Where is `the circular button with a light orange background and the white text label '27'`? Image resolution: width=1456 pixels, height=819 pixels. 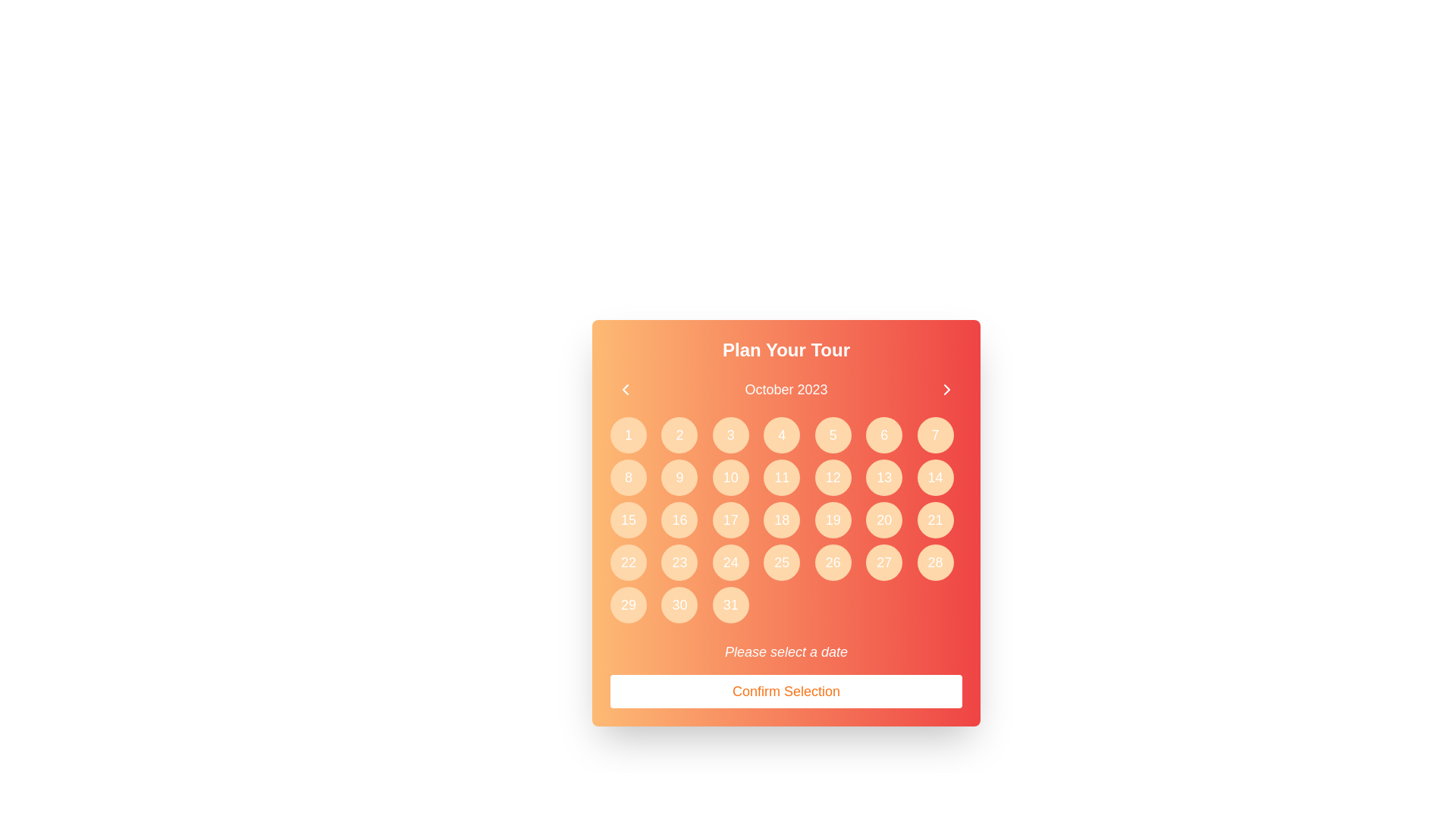
the circular button with a light orange background and the white text label '27' is located at coordinates (884, 562).